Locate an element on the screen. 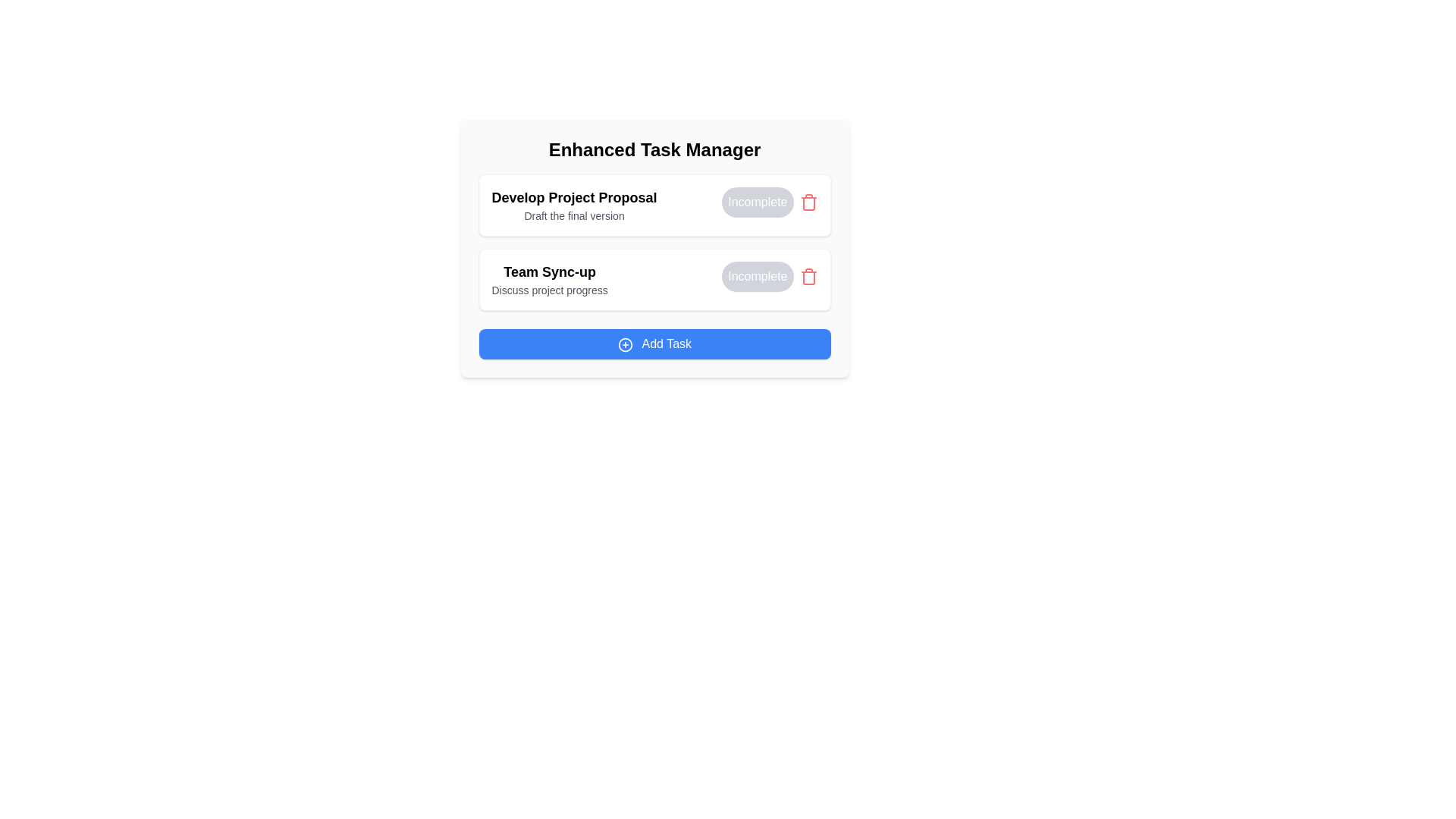 This screenshot has height=819, width=1456. the visual status indicator label for the task 'Team Sync-up' in the Enhanced Task Manager, which indicates that the task is not yet completed is located at coordinates (770, 277).